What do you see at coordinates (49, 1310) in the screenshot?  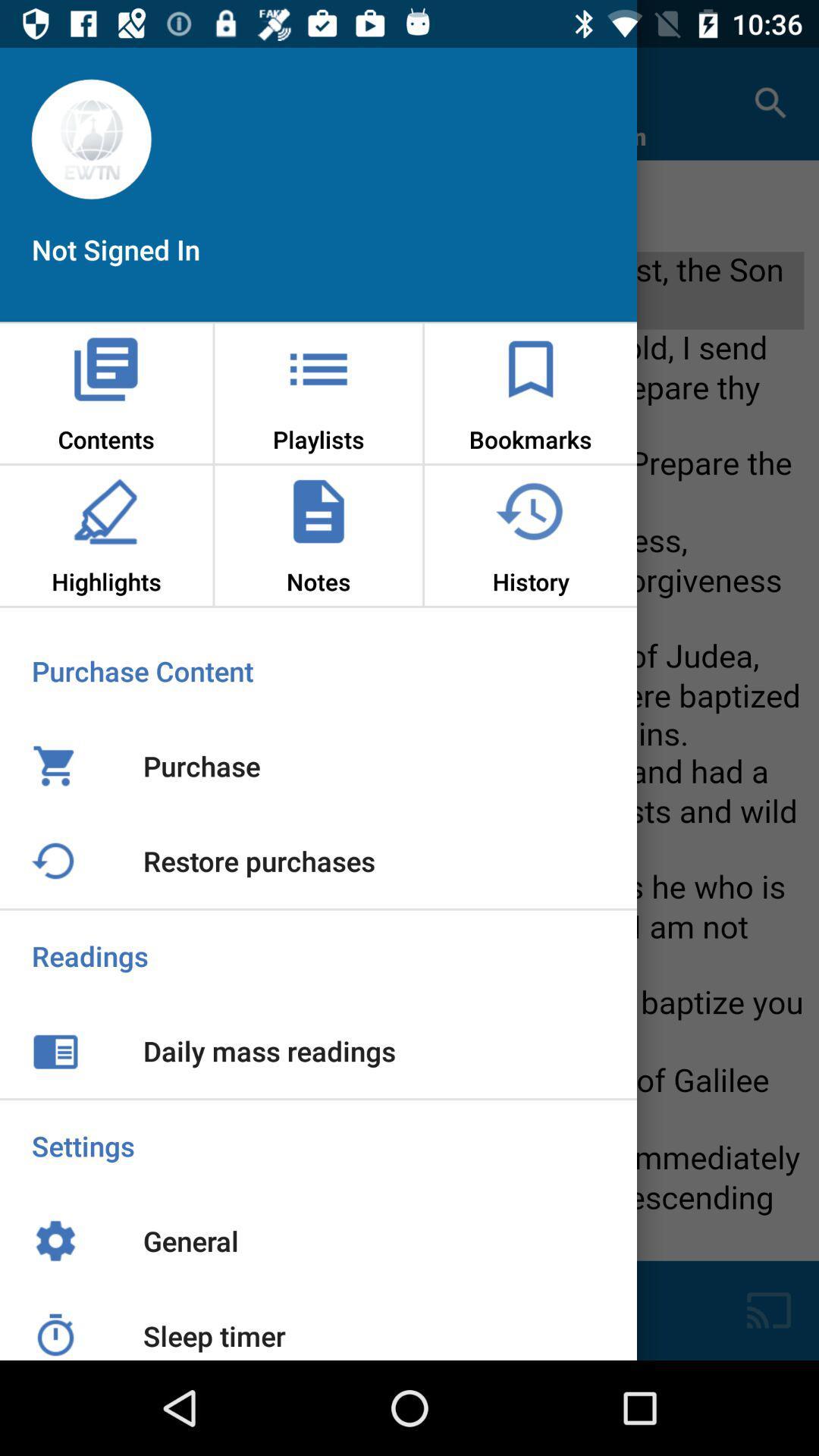 I see `the time icon` at bounding box center [49, 1310].